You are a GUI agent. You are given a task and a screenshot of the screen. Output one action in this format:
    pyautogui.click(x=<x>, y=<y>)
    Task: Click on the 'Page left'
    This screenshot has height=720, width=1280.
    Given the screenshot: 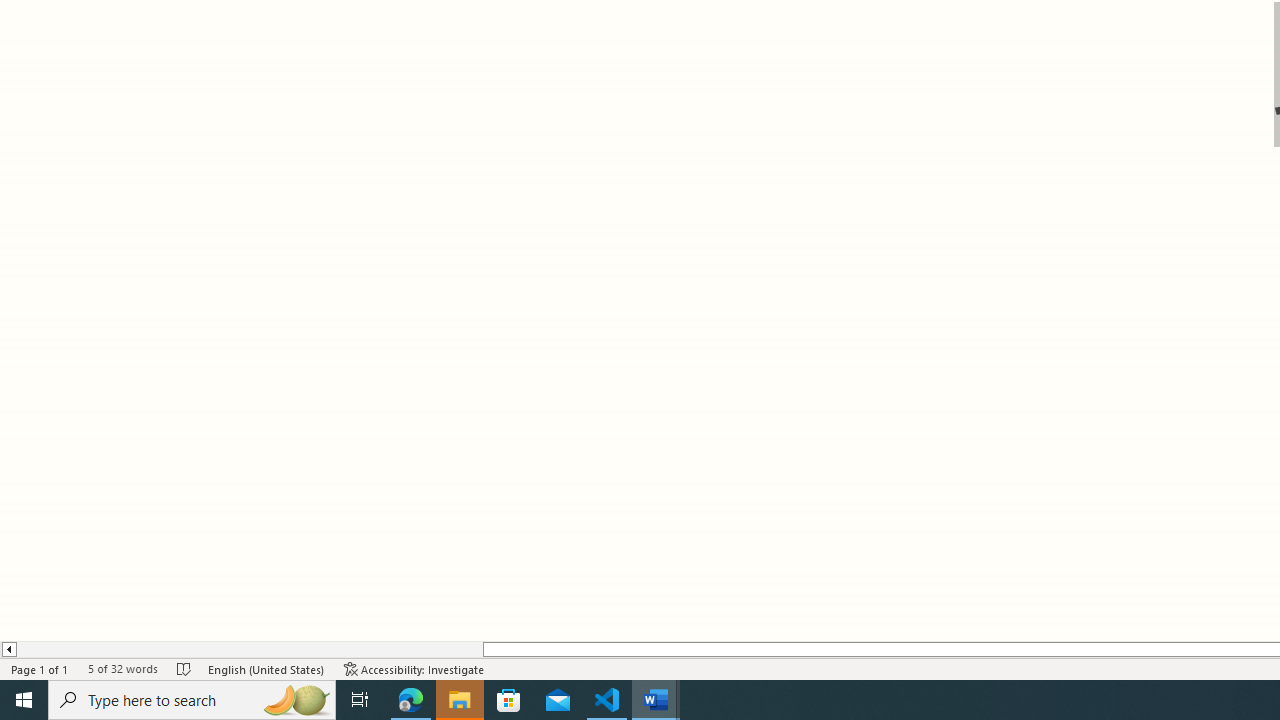 What is the action you would take?
    pyautogui.click(x=248, y=649)
    